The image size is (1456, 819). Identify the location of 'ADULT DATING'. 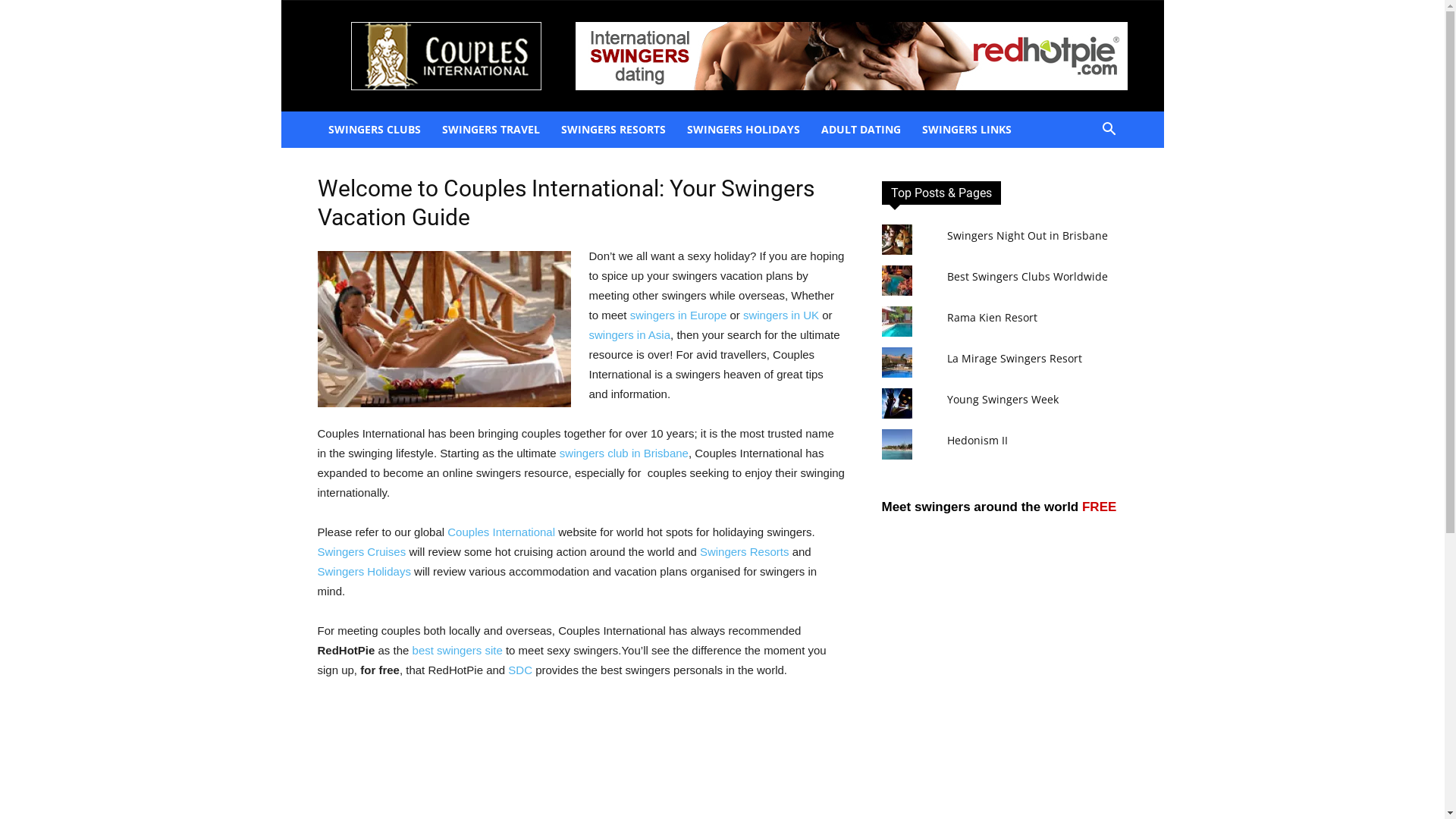
(809, 128).